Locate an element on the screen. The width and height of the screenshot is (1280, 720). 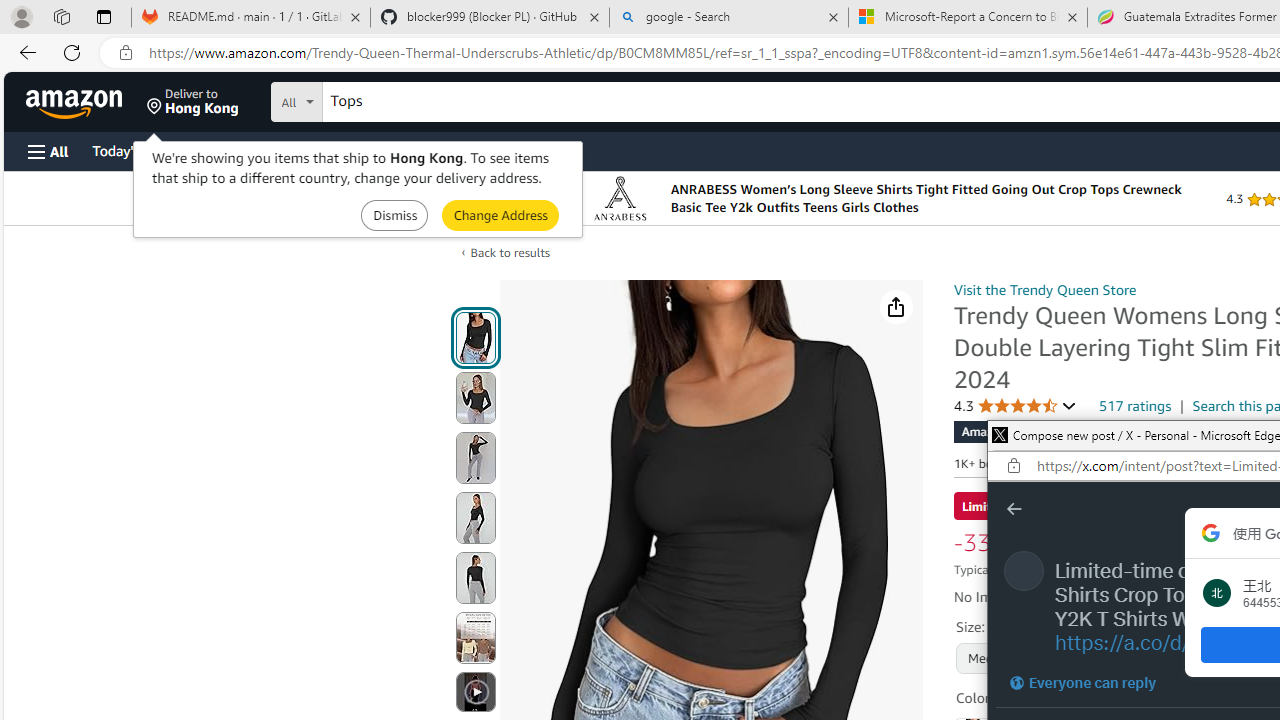
'Back to results' is located at coordinates (510, 251).